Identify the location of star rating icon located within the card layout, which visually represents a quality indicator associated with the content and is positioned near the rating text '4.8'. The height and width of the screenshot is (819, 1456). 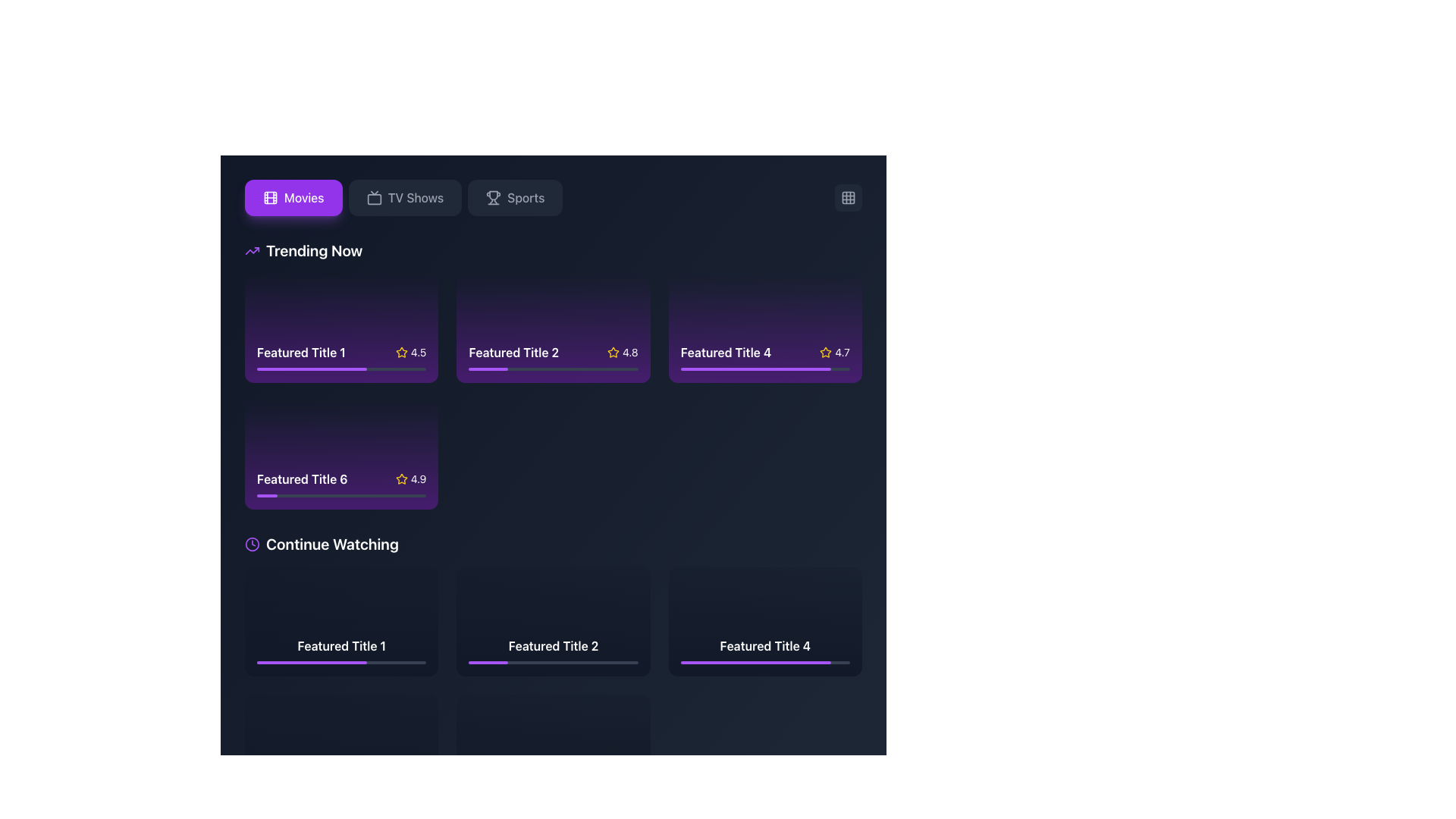
(613, 352).